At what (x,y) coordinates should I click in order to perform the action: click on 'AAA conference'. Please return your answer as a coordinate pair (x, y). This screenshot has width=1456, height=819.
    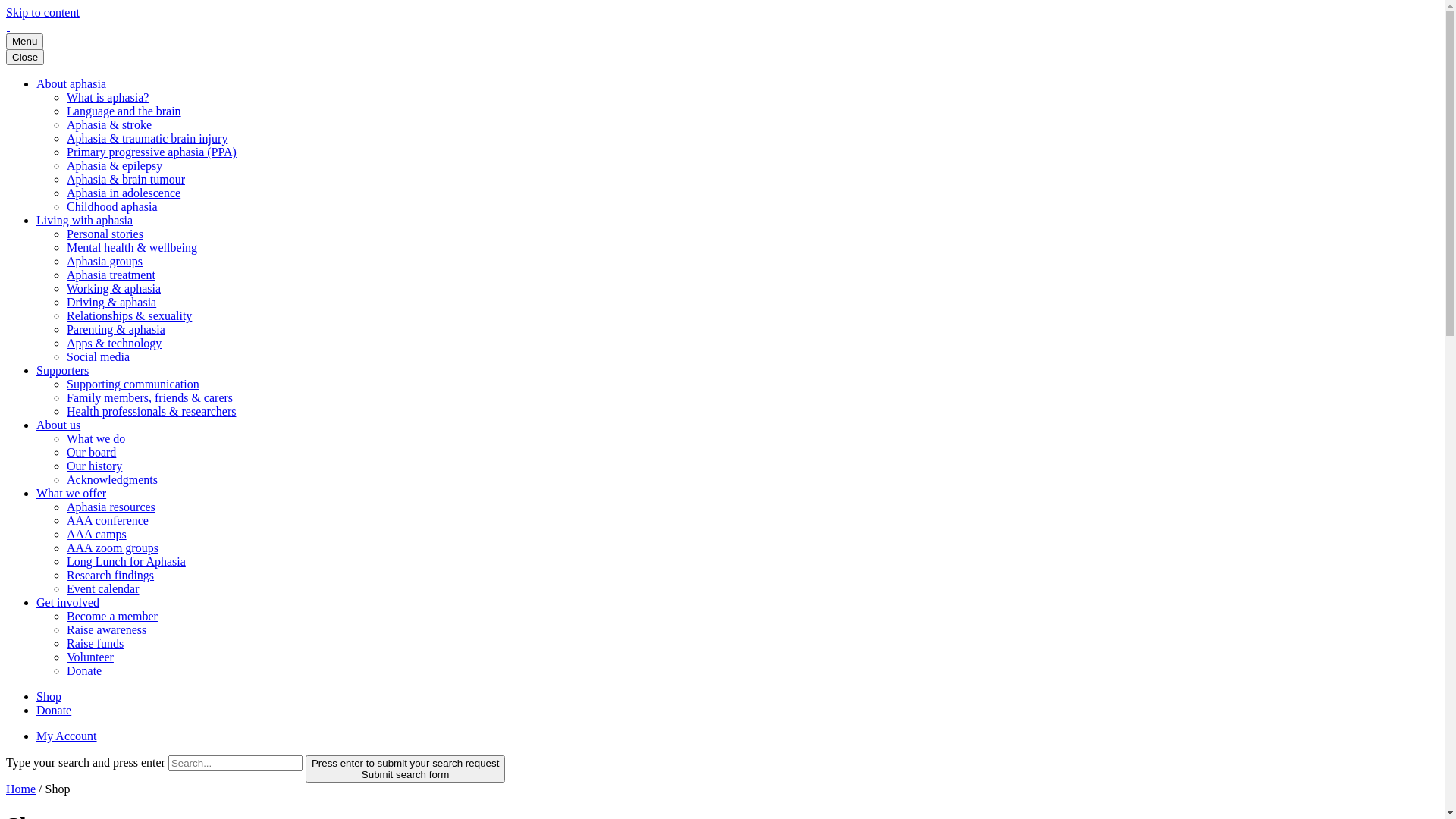
    Looking at the image, I should click on (107, 519).